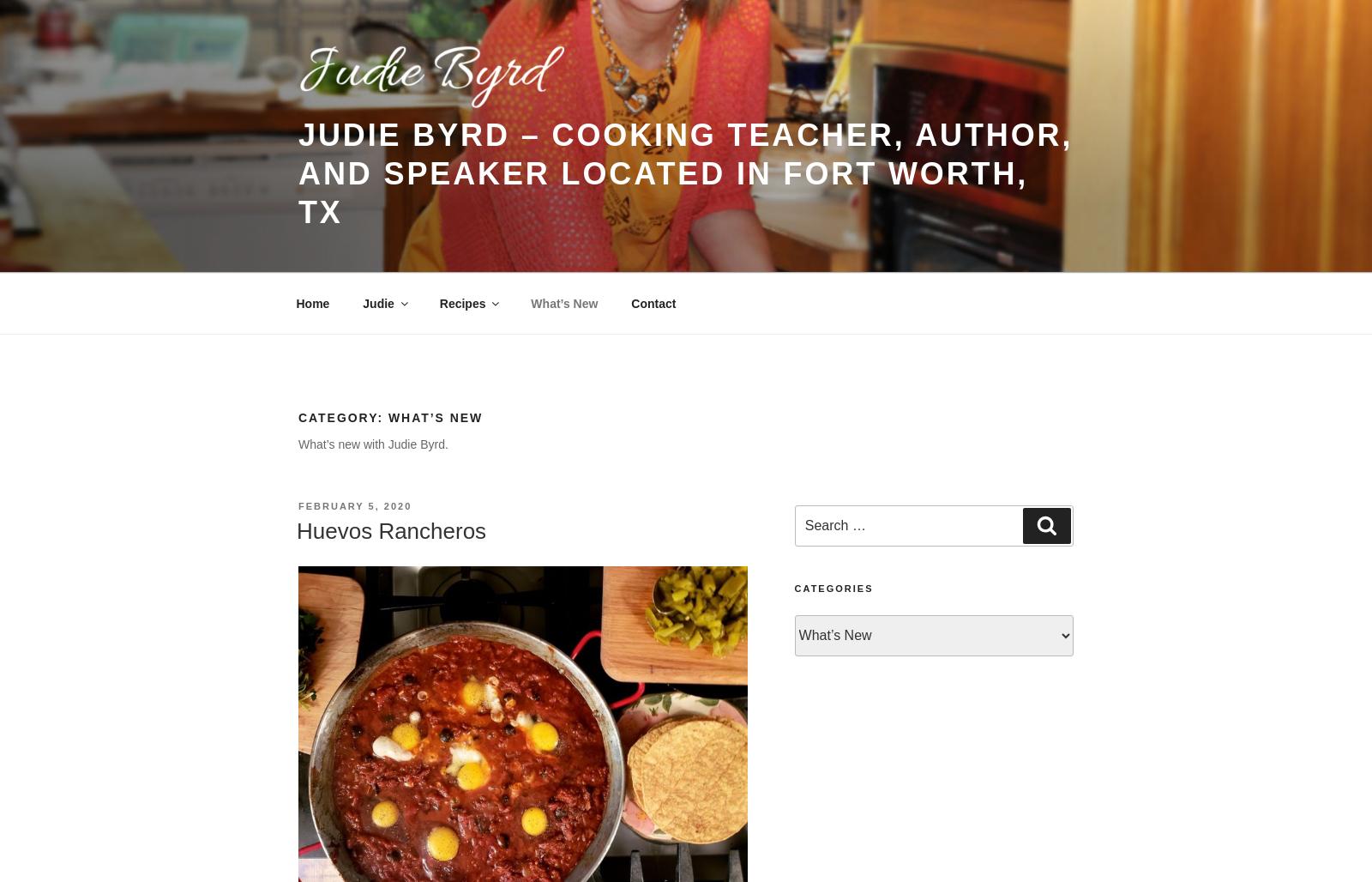 This screenshot has height=882, width=1372. What do you see at coordinates (390, 529) in the screenshot?
I see `'Huevos Rancheros'` at bounding box center [390, 529].